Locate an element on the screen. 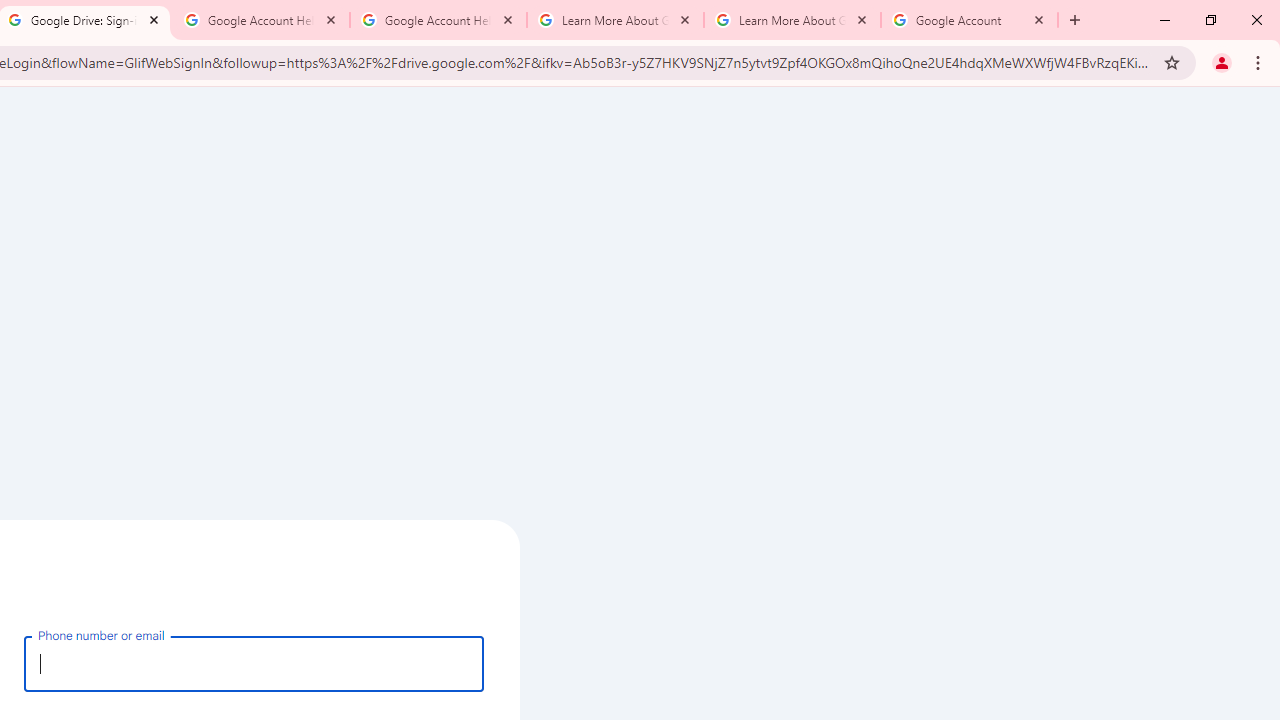 Image resolution: width=1280 pixels, height=720 pixels. 'Google Account' is located at coordinates (969, 20).